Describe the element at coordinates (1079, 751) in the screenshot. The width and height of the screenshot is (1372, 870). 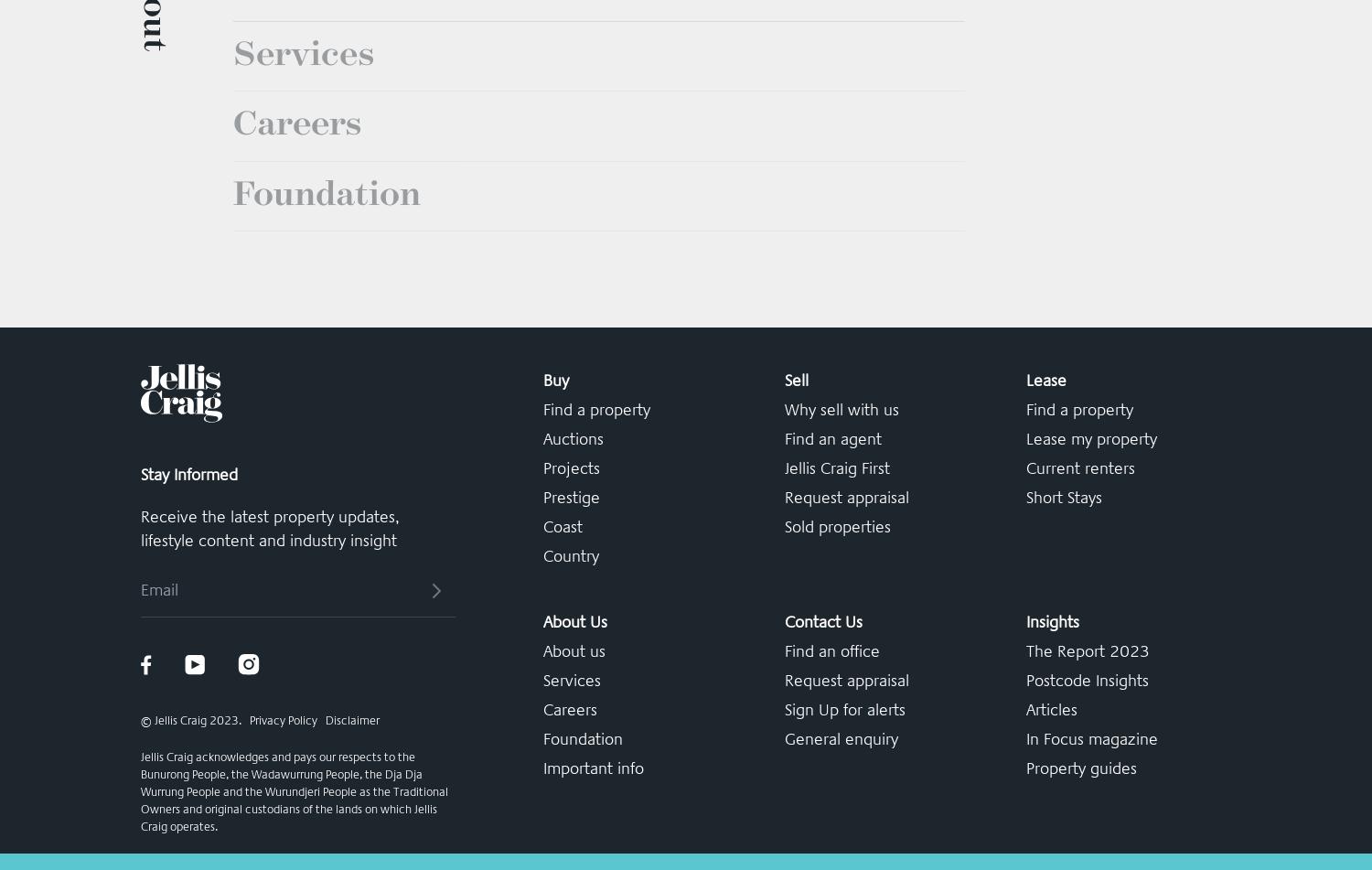
I see `'Current renters'` at that location.